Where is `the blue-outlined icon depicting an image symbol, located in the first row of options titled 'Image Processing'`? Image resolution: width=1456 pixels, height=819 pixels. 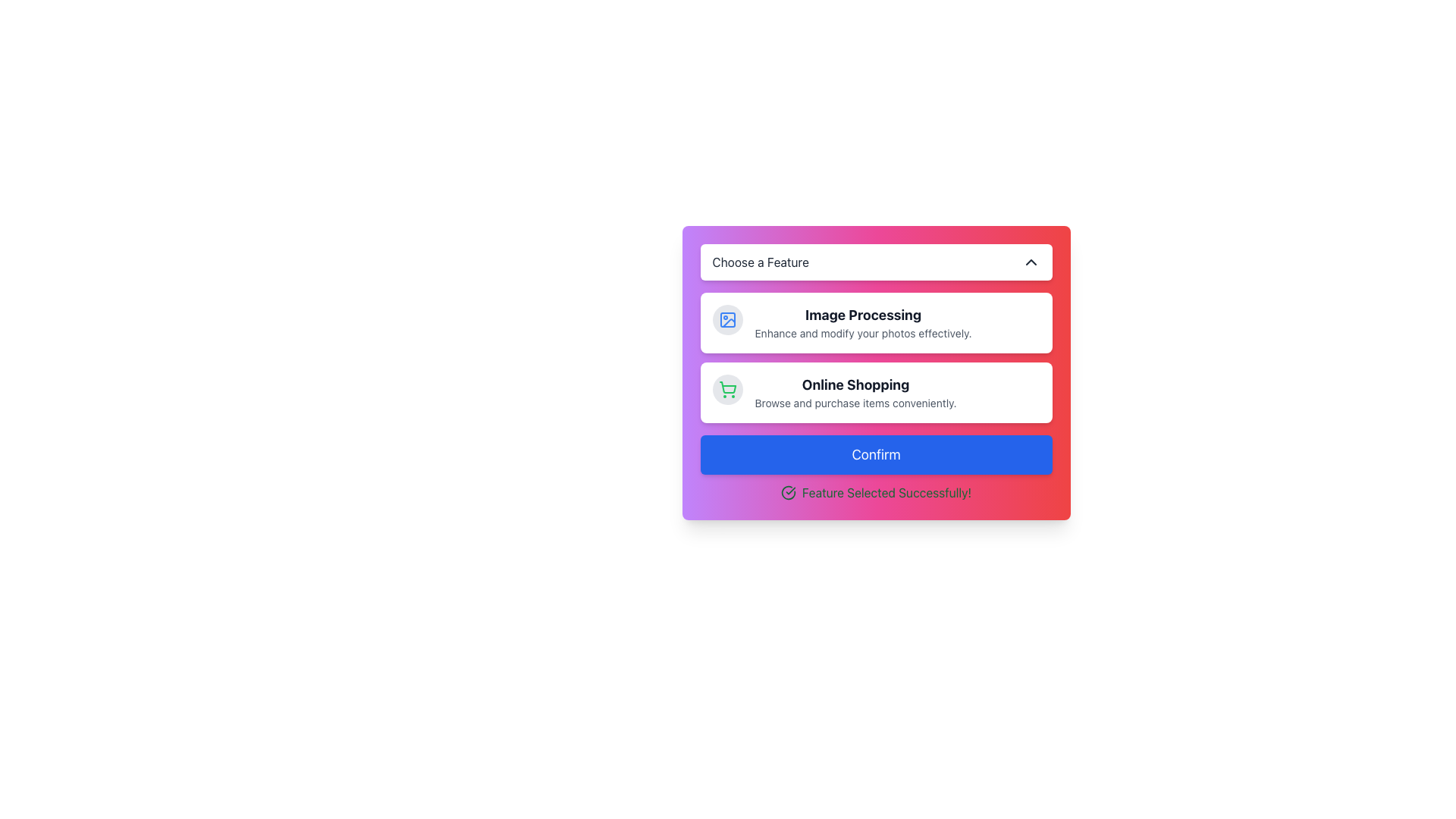 the blue-outlined icon depicting an image symbol, located in the first row of options titled 'Image Processing' is located at coordinates (726, 318).